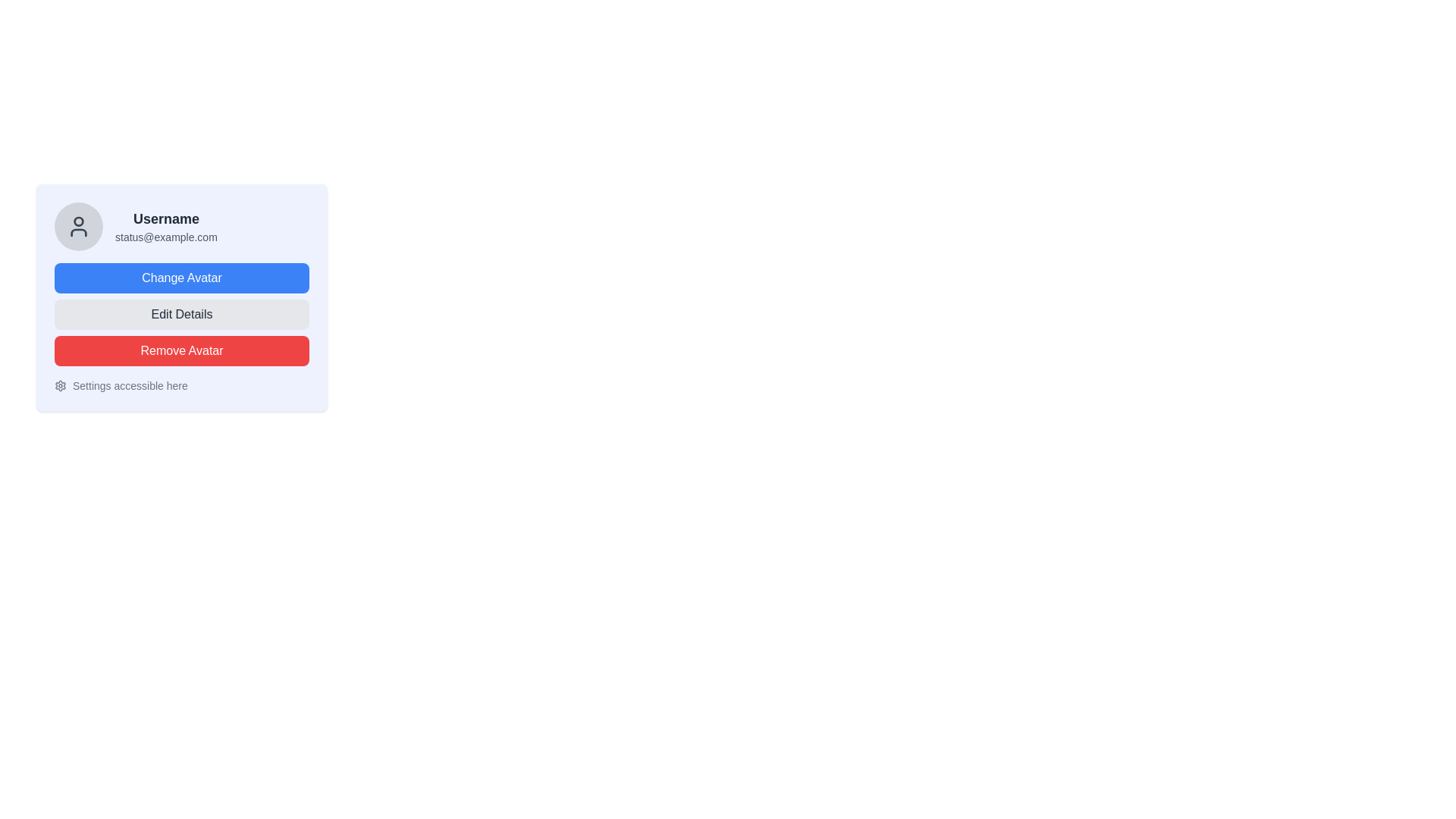  What do you see at coordinates (182, 314) in the screenshot?
I see `the 'Edit Details' button, which is the second button in a vertical stack of three buttons` at bounding box center [182, 314].